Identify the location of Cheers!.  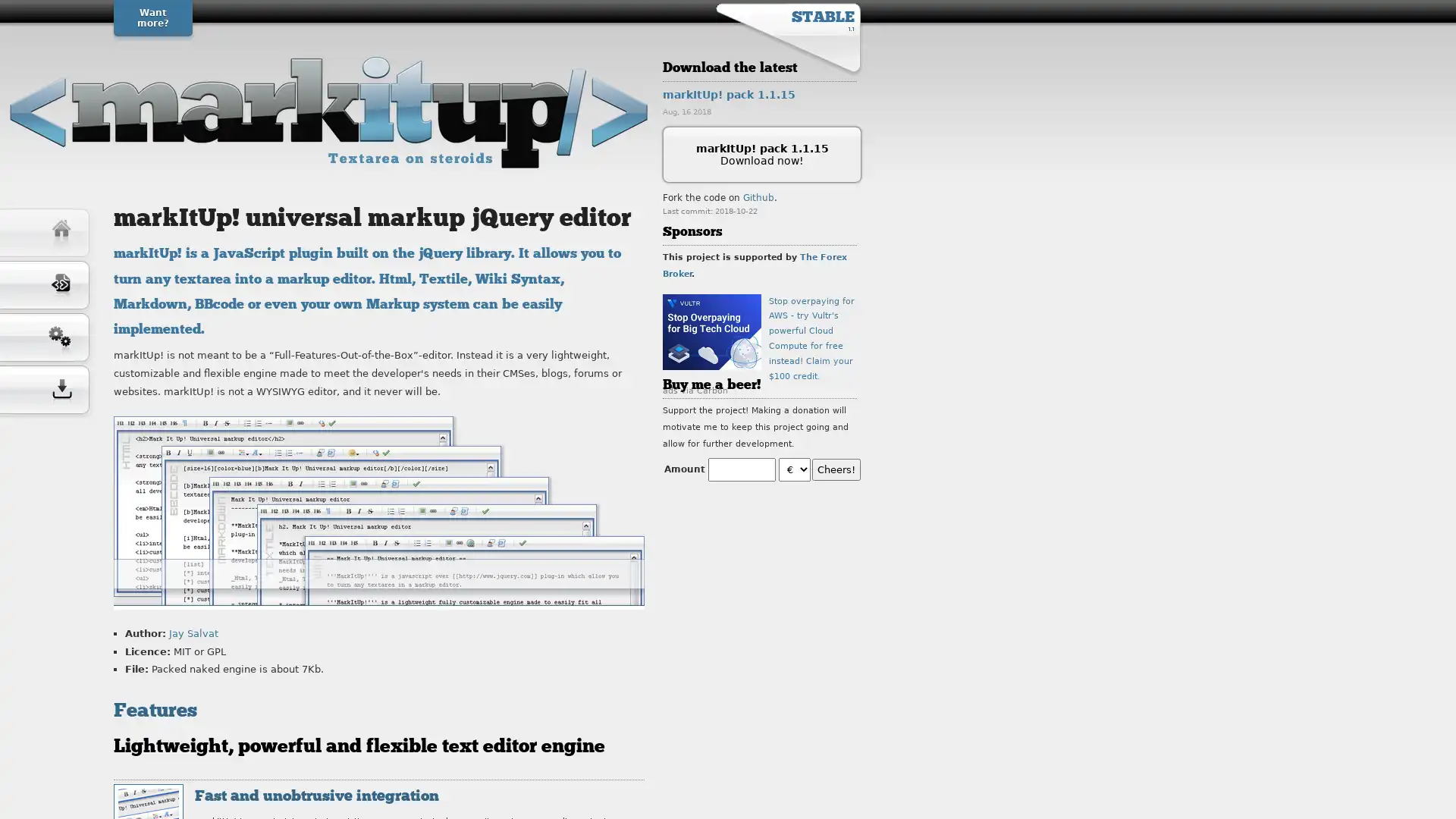
(836, 469).